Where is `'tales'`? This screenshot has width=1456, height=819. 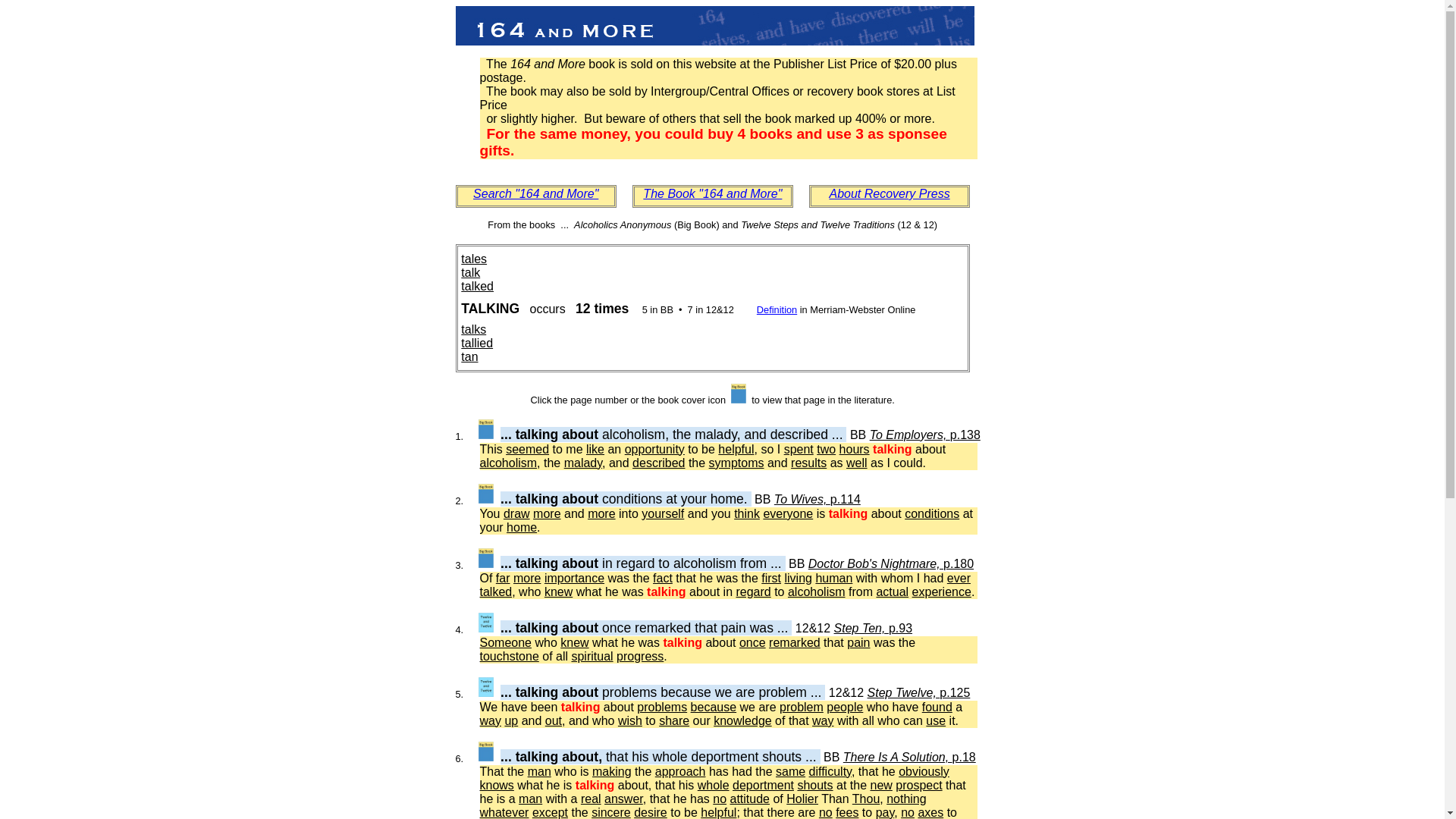 'tales' is located at coordinates (472, 258).